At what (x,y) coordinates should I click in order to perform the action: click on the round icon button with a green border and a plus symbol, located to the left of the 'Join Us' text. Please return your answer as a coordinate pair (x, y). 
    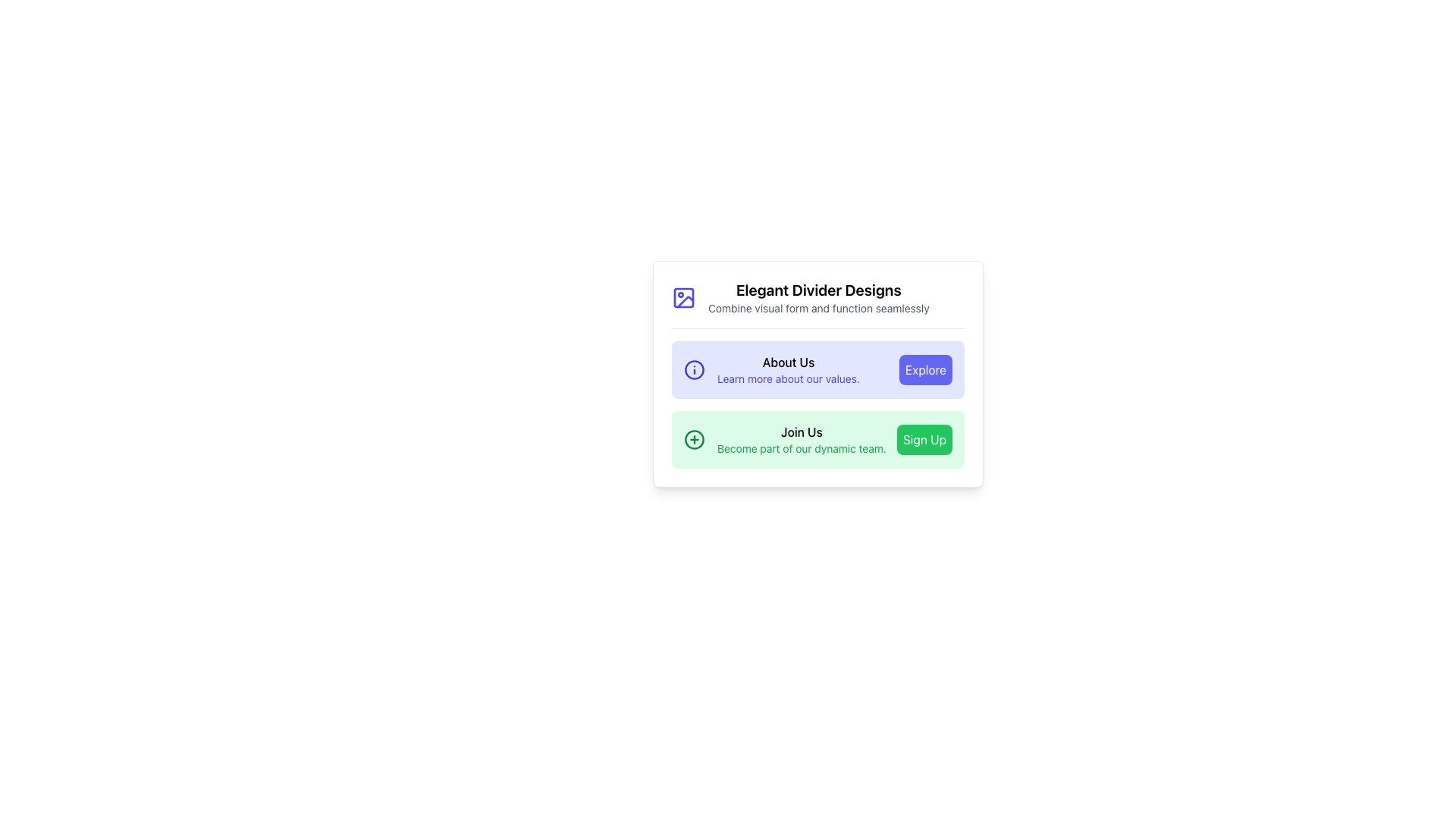
    Looking at the image, I should click on (694, 439).